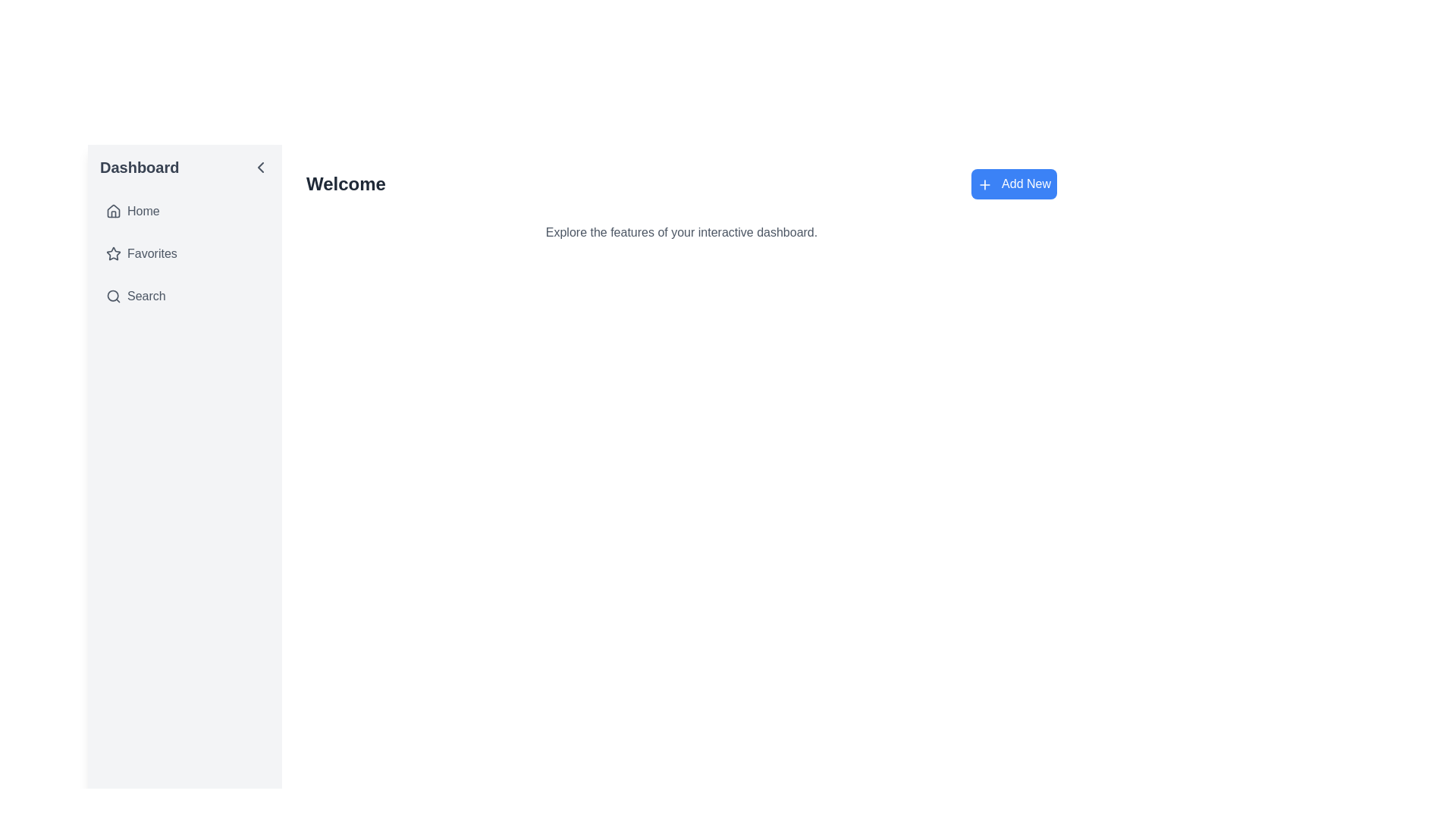 This screenshot has height=819, width=1456. What do you see at coordinates (112, 253) in the screenshot?
I see `the star-shaped vector icon with a grey outline located in the navigation menu under the 'Favorites' label` at bounding box center [112, 253].